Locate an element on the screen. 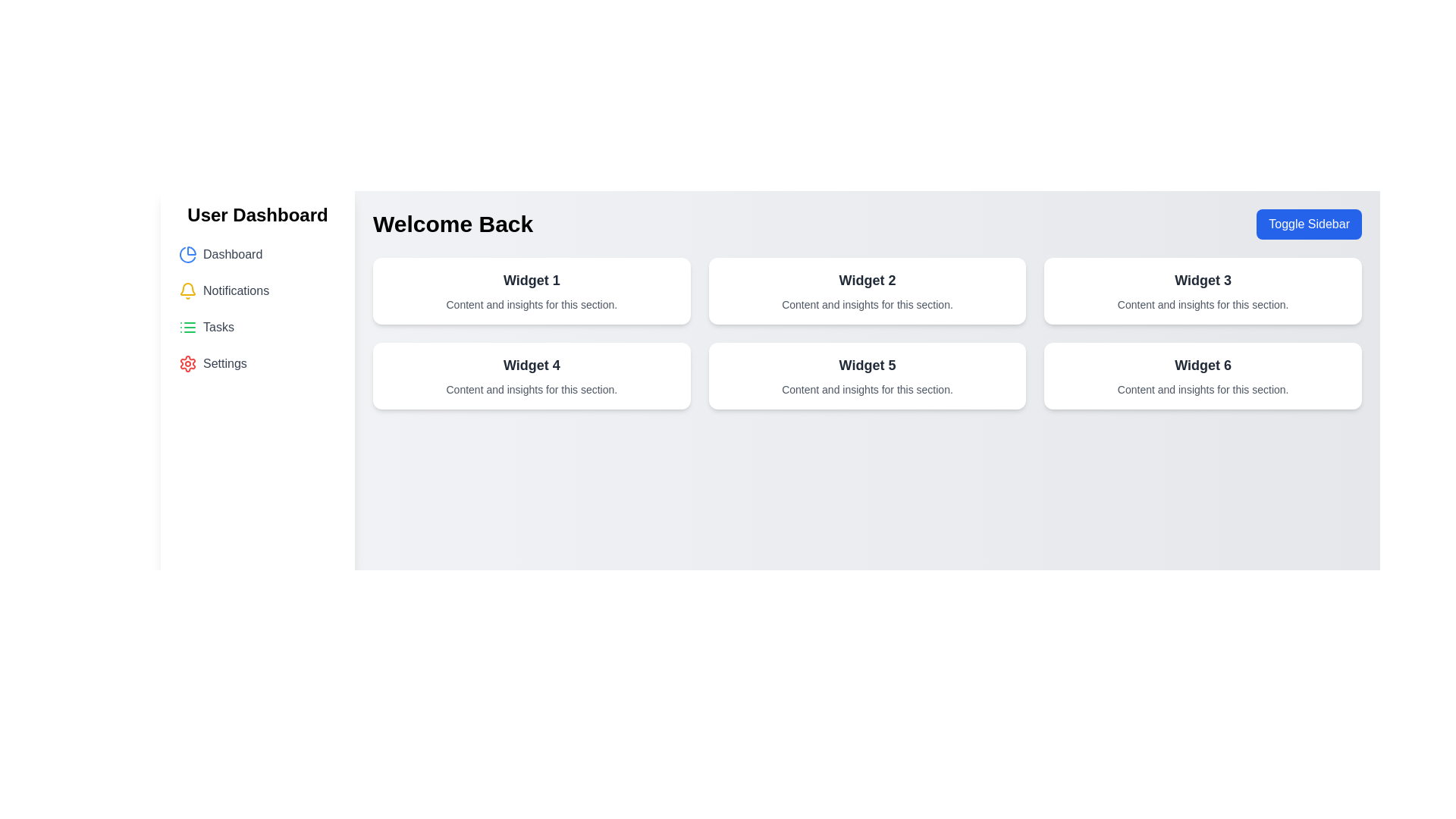 The image size is (1456, 819). the 'Tasks' text label in the left sidebar is located at coordinates (218, 327).